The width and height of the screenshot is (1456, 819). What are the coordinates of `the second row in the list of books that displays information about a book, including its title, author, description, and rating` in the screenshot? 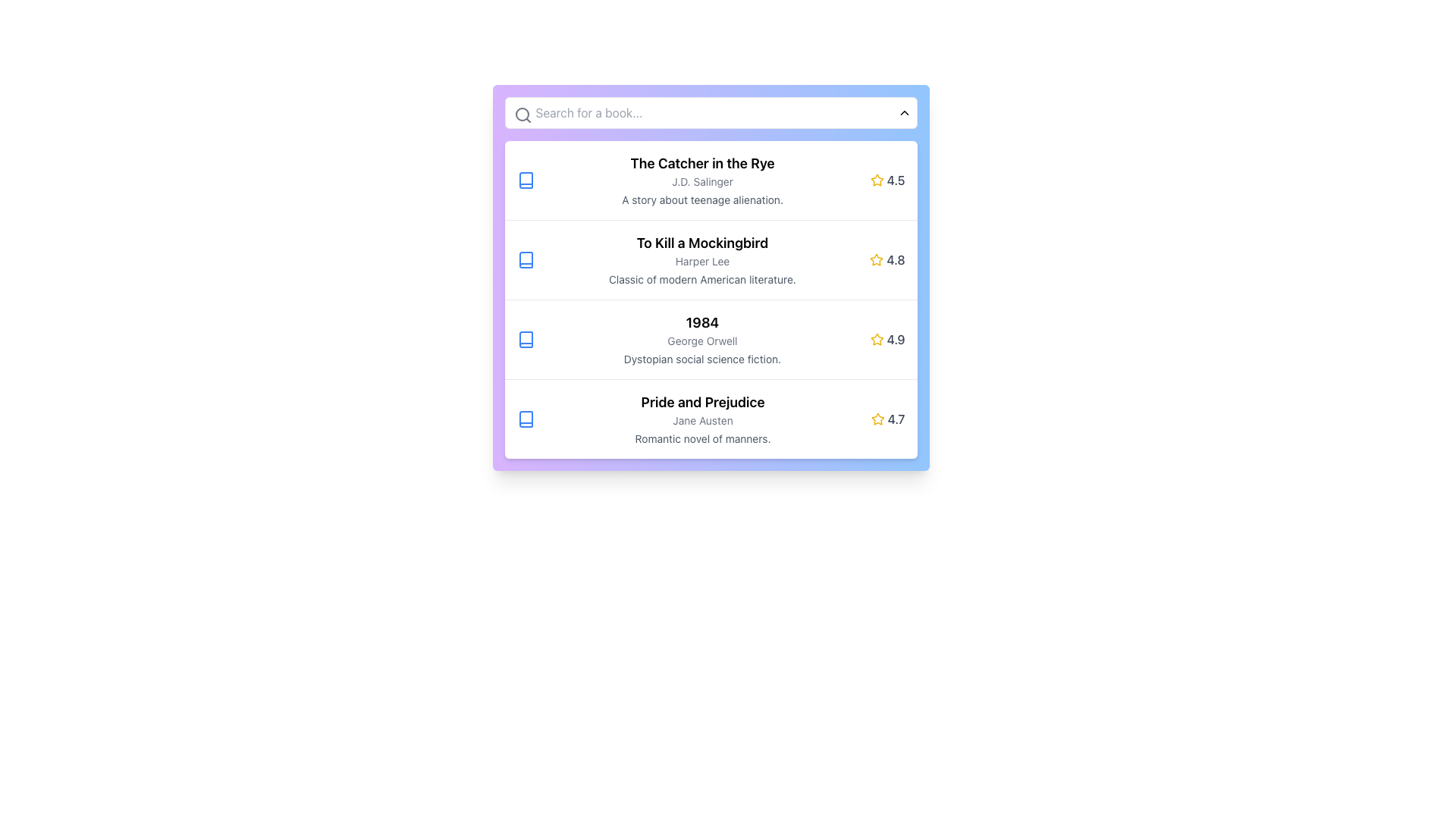 It's located at (710, 259).